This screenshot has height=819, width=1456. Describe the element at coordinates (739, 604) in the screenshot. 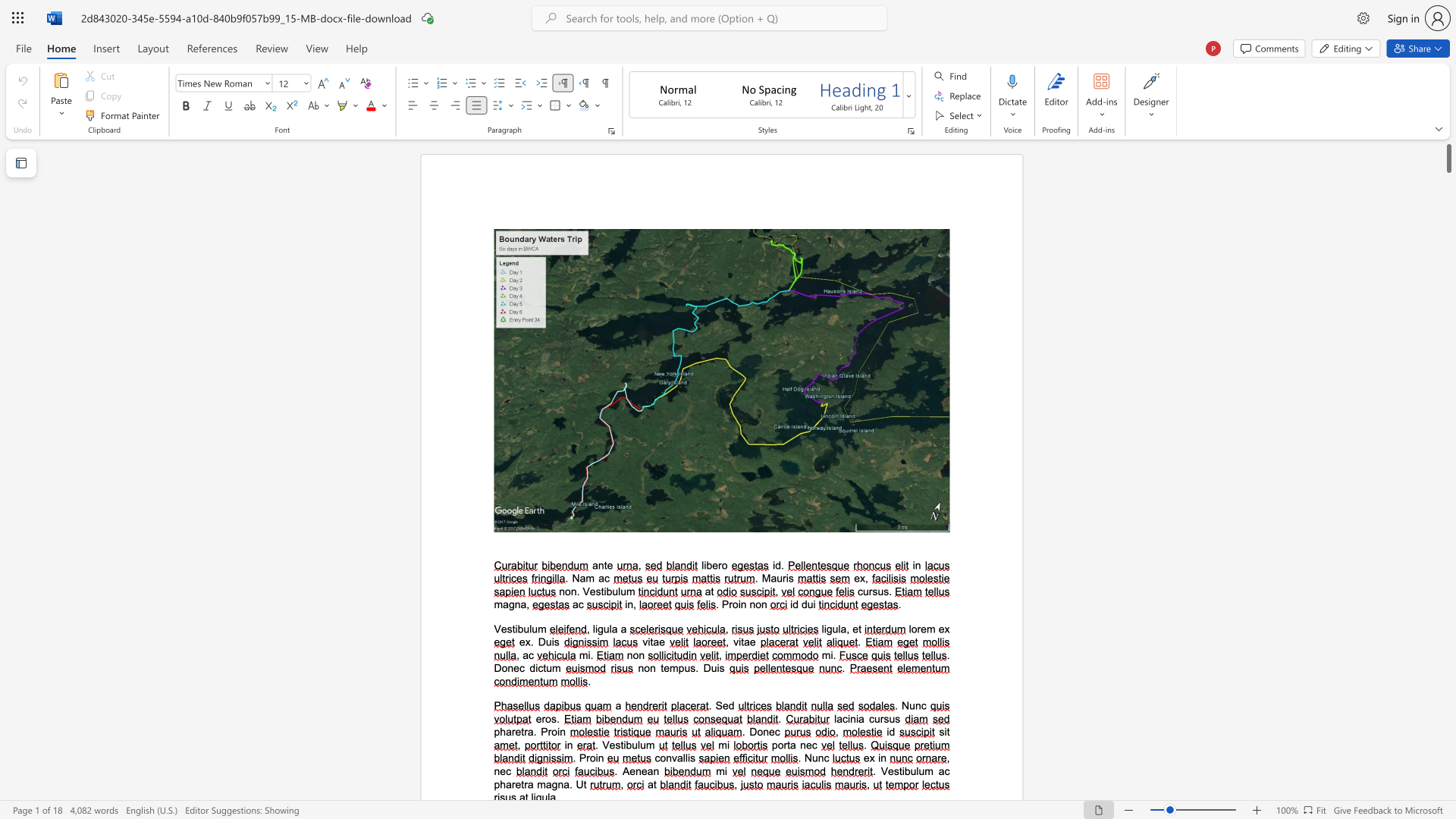

I see `the 1th character "i" in the text` at that location.